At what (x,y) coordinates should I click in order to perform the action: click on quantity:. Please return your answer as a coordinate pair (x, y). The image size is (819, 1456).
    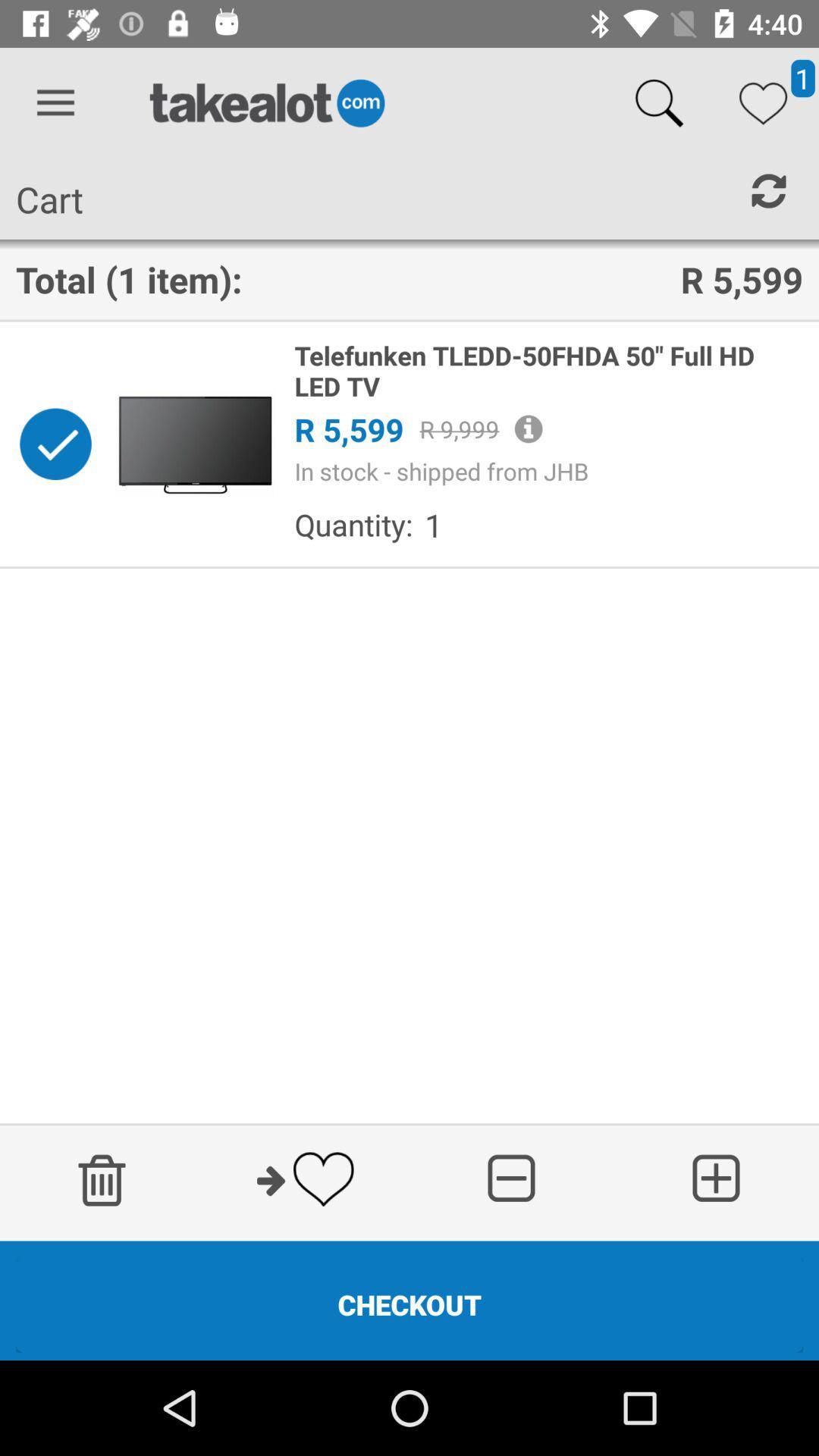
    Looking at the image, I should click on (353, 524).